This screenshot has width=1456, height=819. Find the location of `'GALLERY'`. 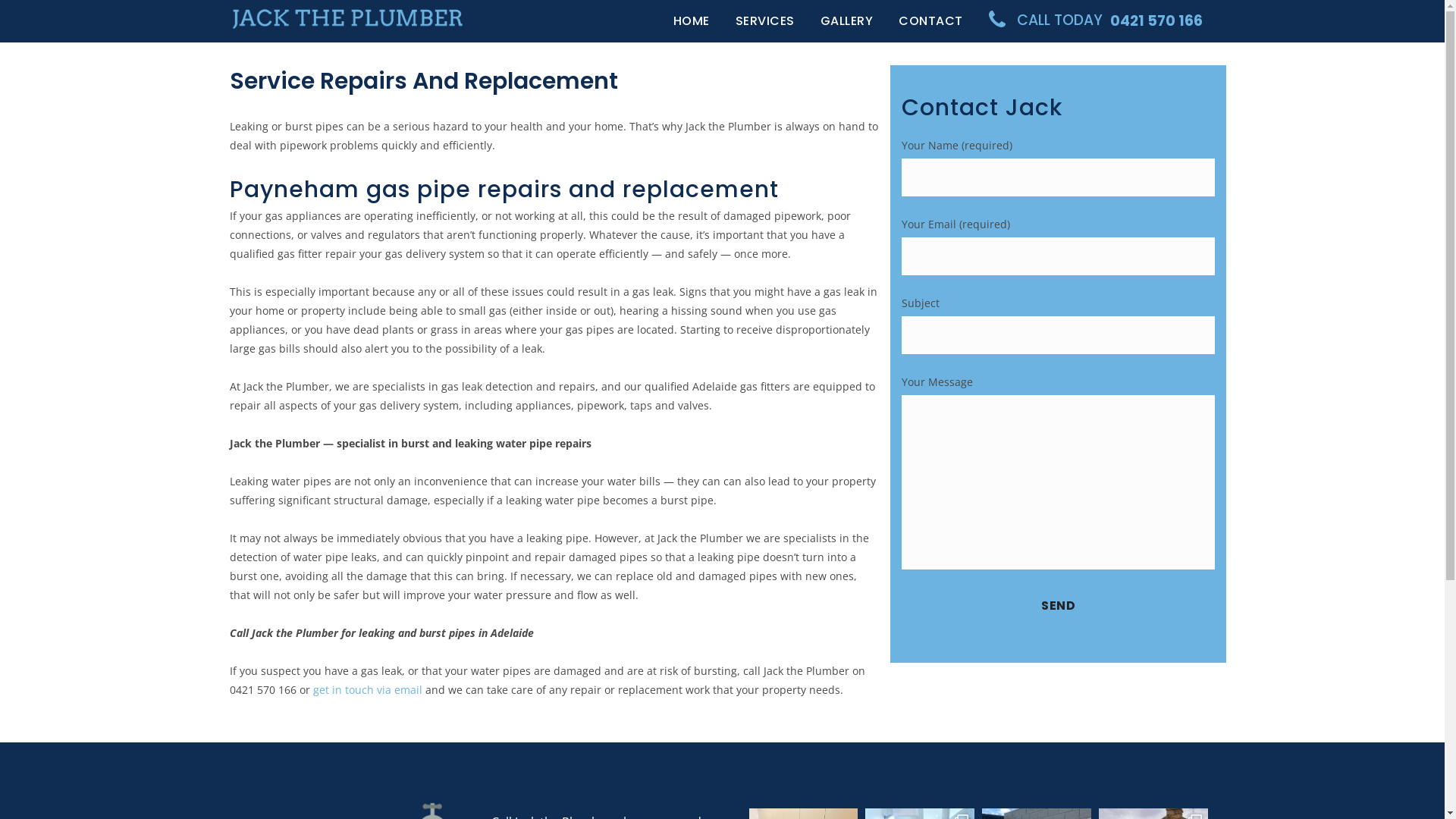

'GALLERY' is located at coordinates (846, 20).